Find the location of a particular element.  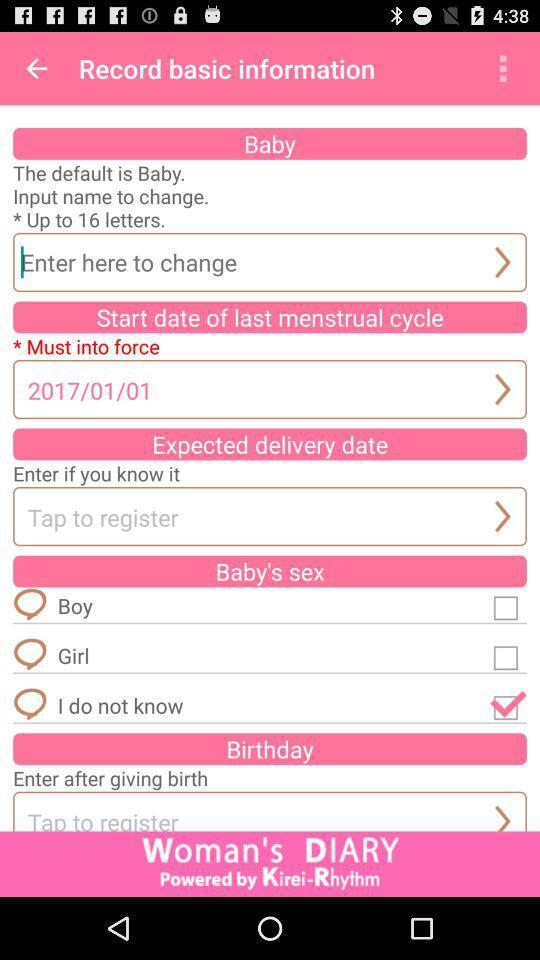

icon to the left of record basic information item is located at coordinates (36, 68).